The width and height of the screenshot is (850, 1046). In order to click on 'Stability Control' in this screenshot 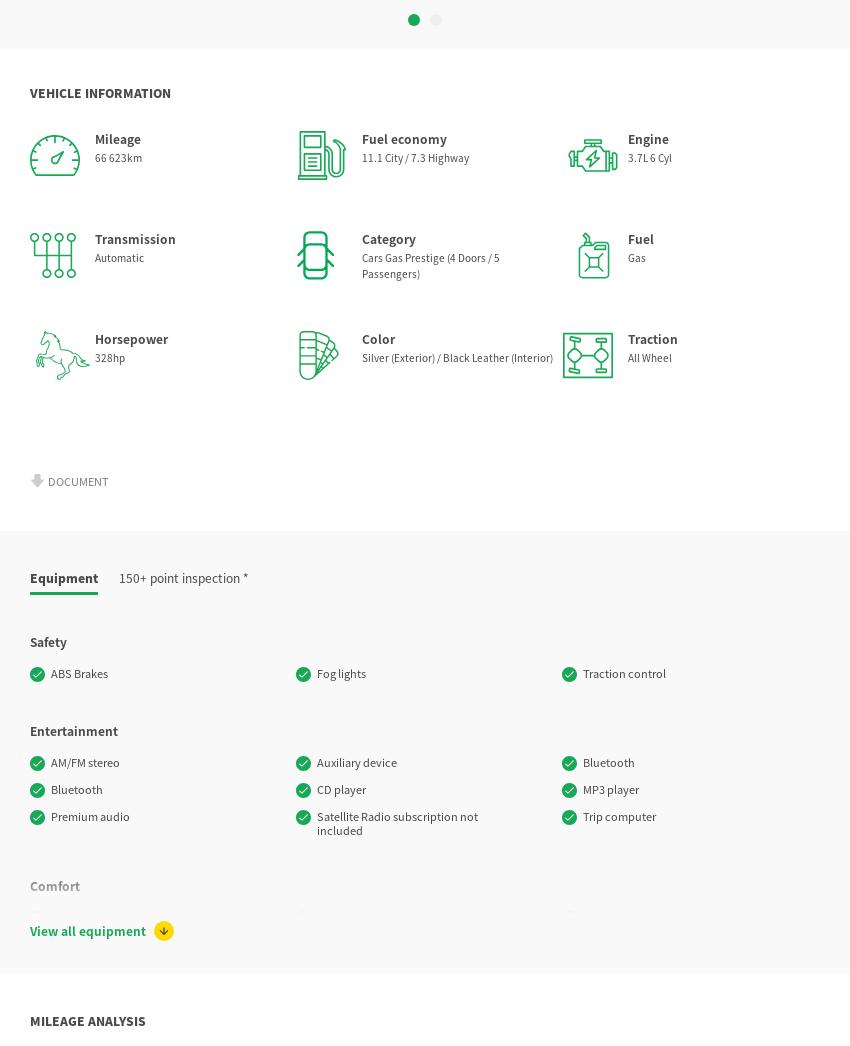, I will do `click(51, 815)`.